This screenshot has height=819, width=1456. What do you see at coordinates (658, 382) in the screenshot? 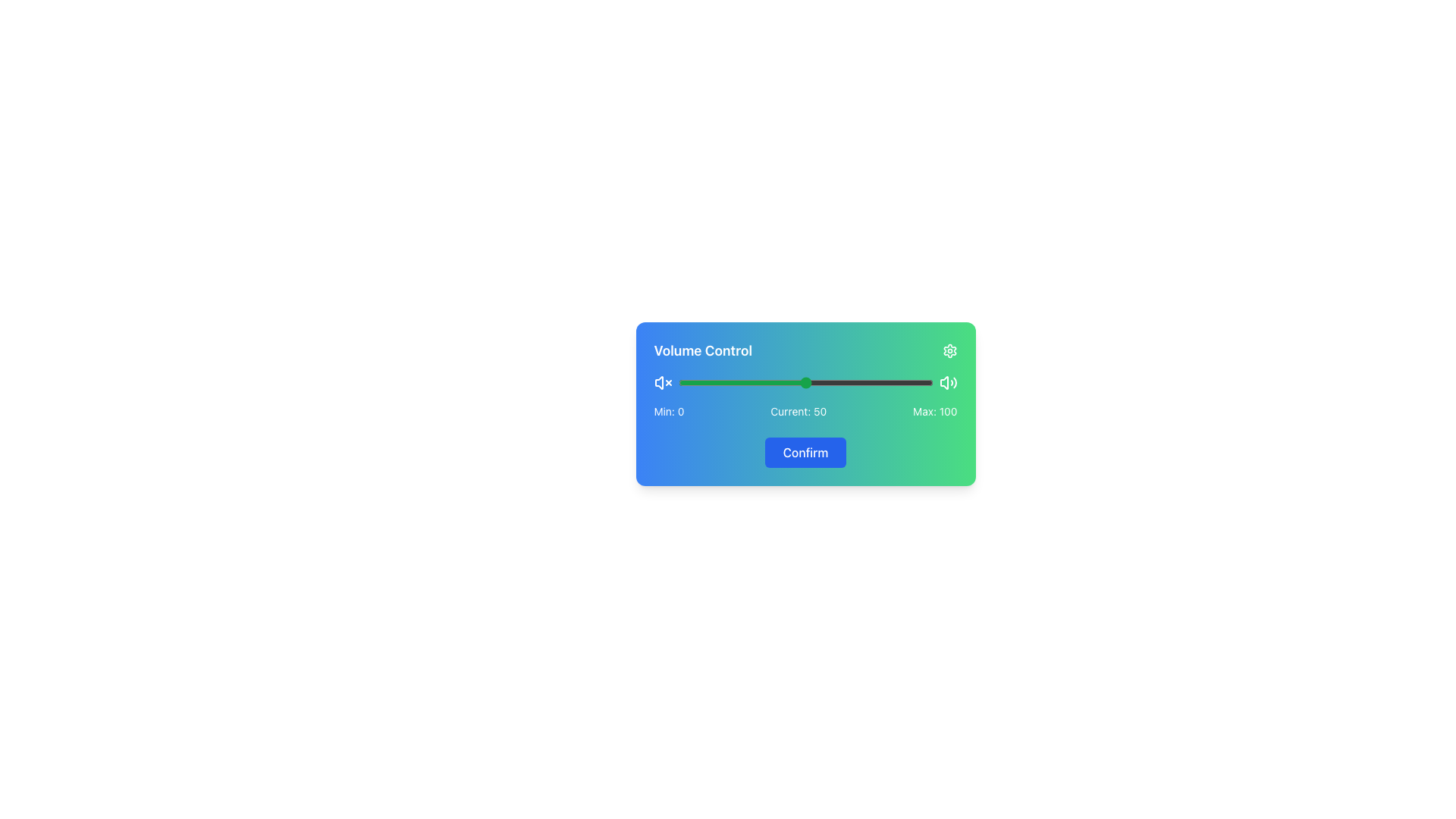
I see `the speaker icon that indicates the audio is currently muted` at bounding box center [658, 382].